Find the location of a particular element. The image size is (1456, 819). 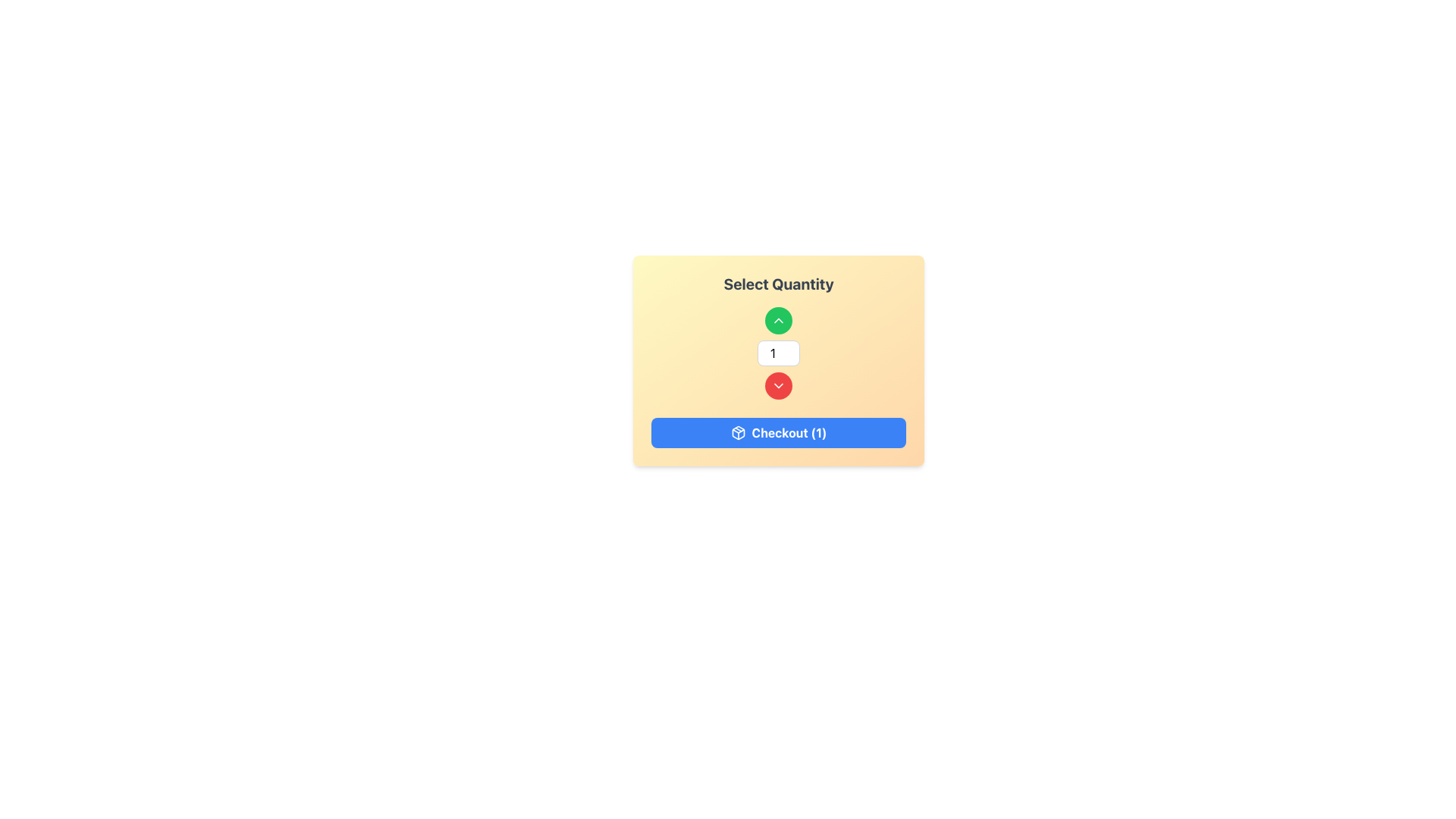

the downward-pointing chevron SVG icon with a red background, which serves as the decrement button for the quantity adjustment feature, located below the input field labeled '1' and above the blue button labeled 'Checkout (1).' is located at coordinates (779, 385).